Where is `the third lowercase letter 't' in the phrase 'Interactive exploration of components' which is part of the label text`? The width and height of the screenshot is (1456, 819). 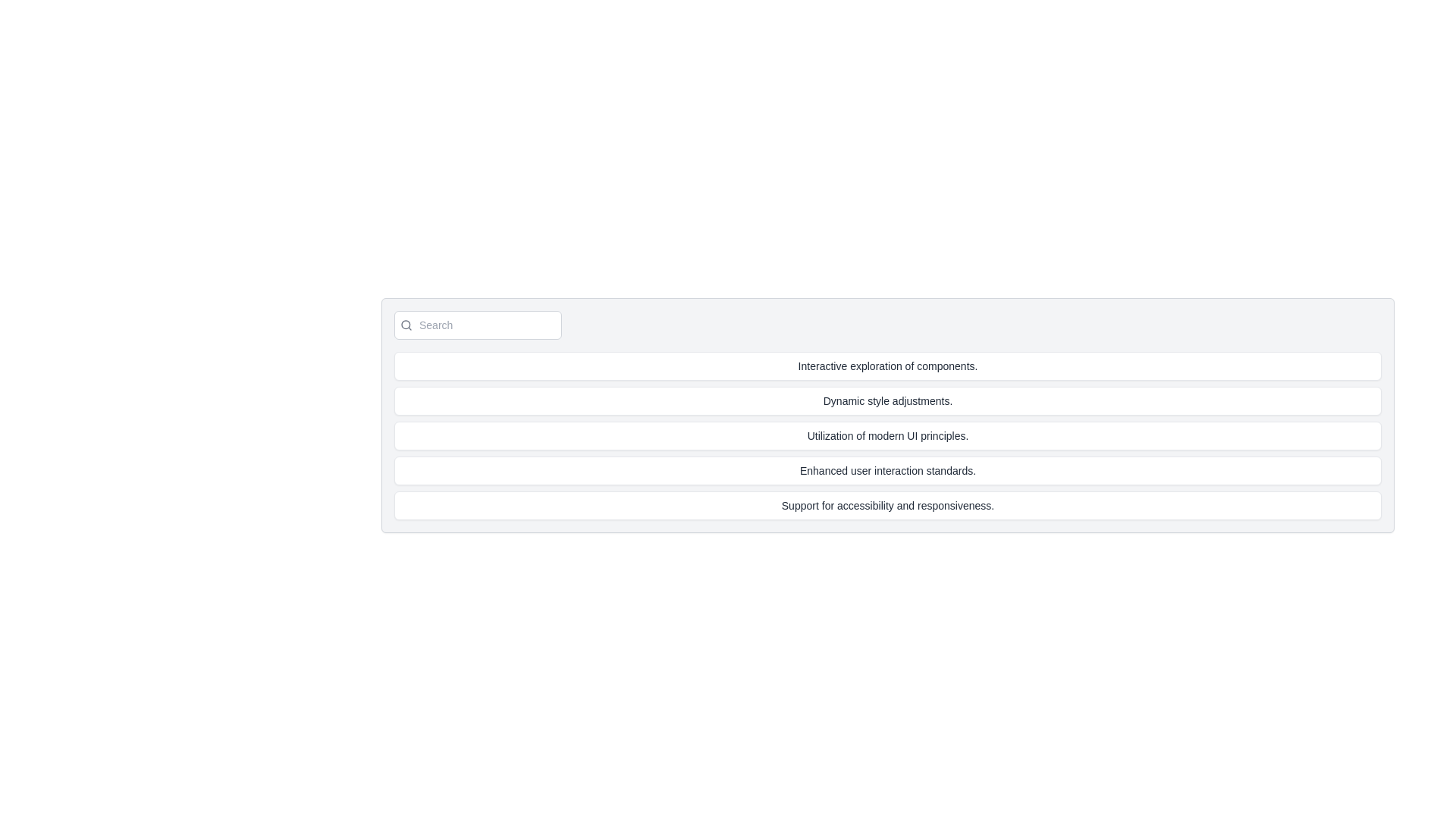
the third lowercase letter 't' in the phrase 'Interactive exploration of components' which is part of the label text is located at coordinates (831, 366).